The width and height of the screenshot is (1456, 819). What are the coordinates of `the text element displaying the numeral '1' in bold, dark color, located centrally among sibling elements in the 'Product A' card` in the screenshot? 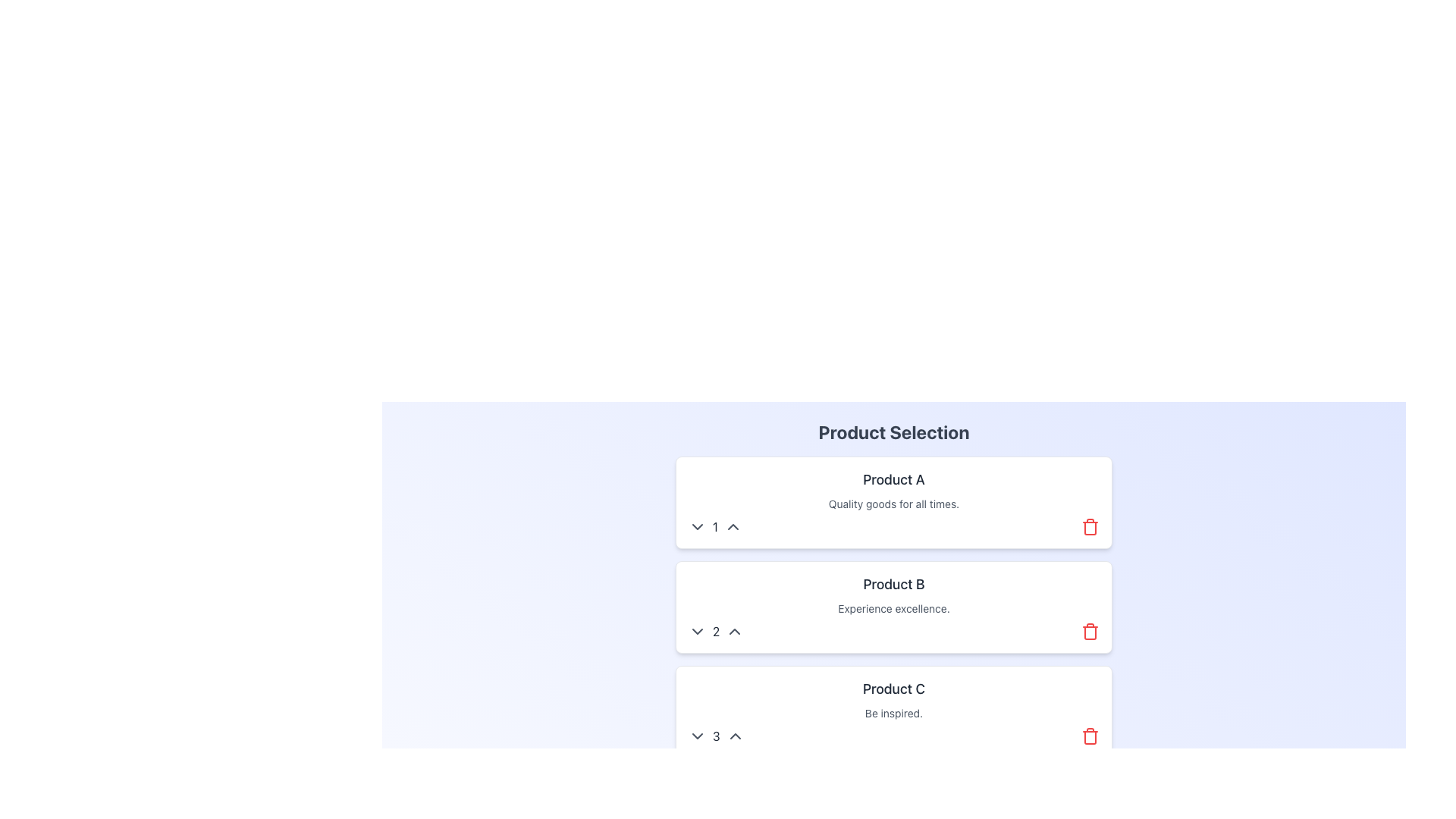 It's located at (714, 526).